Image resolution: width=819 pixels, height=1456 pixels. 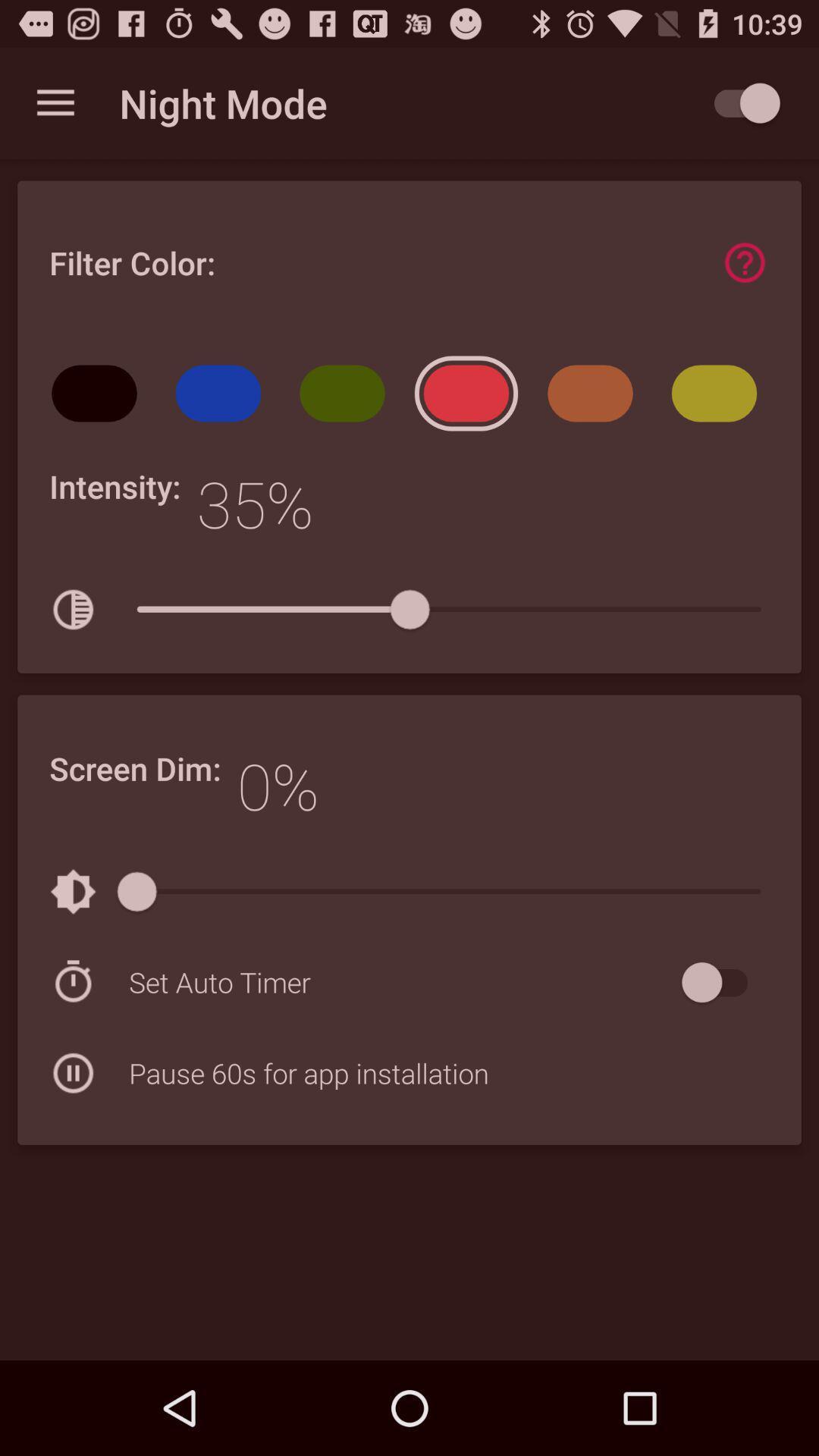 What do you see at coordinates (739, 102) in the screenshot?
I see `turn night mode off/on` at bounding box center [739, 102].